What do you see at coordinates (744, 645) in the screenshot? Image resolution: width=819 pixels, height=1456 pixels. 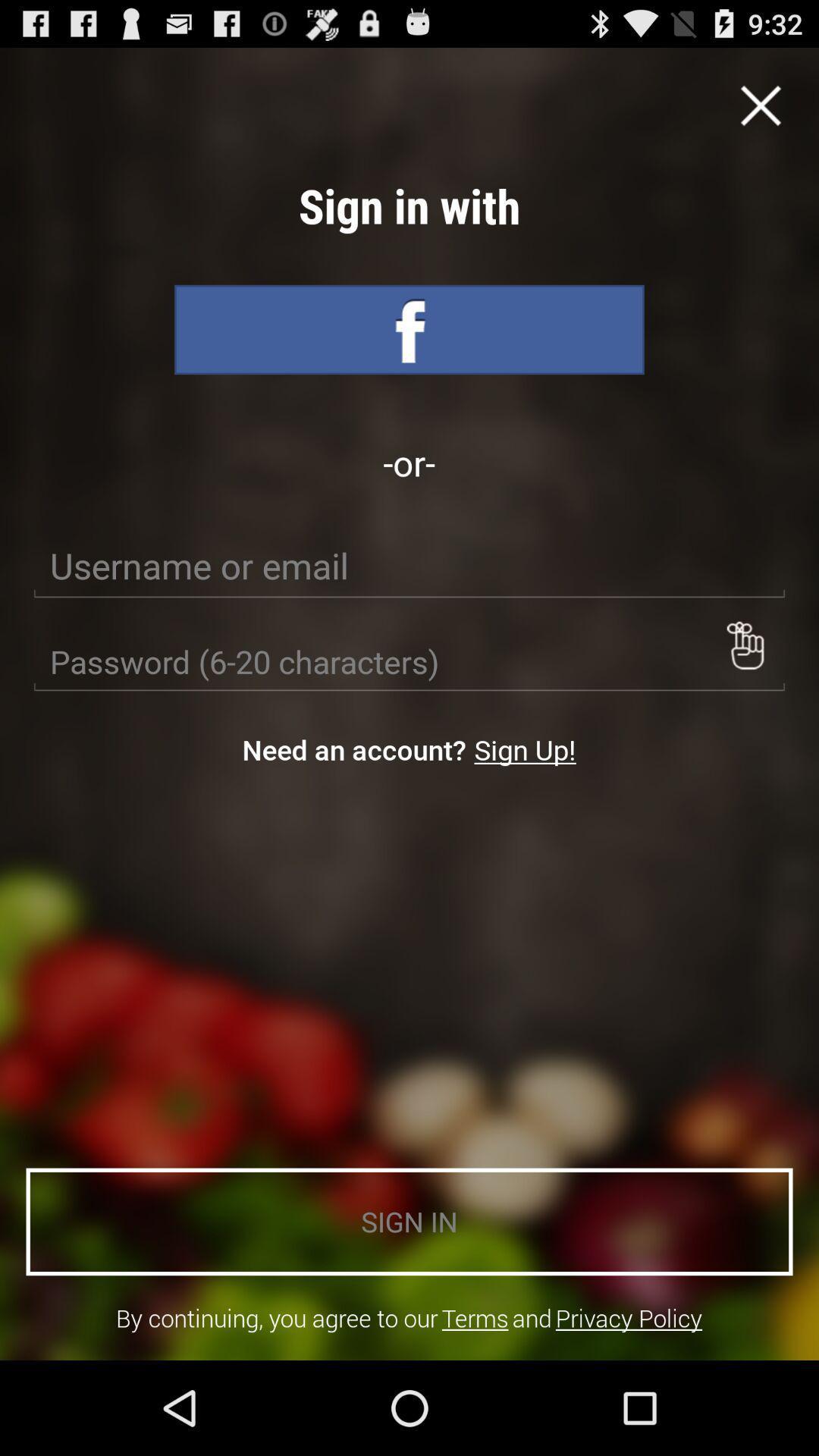 I see `password` at bounding box center [744, 645].